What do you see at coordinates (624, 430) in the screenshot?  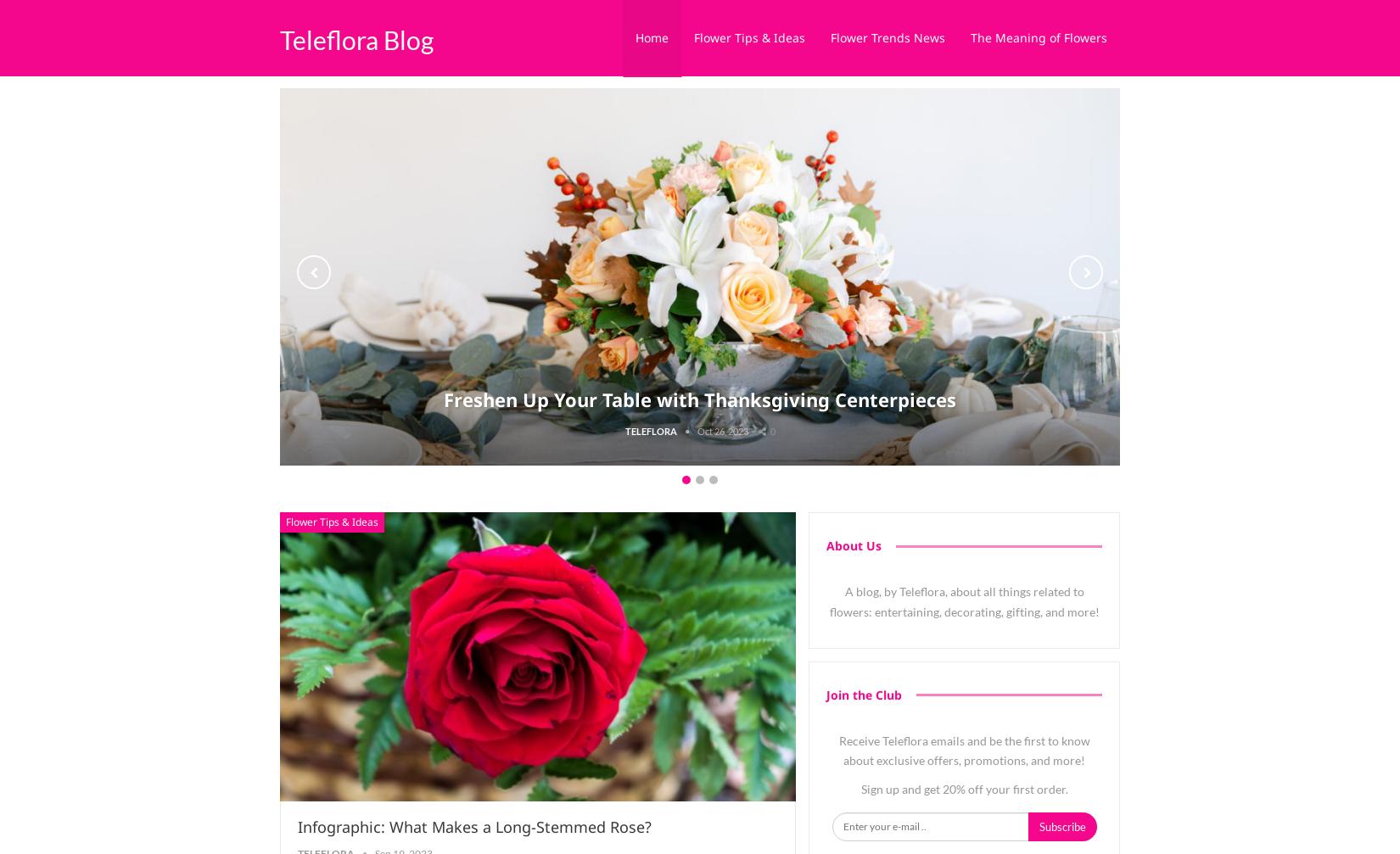 I see `'Teleflora'` at bounding box center [624, 430].